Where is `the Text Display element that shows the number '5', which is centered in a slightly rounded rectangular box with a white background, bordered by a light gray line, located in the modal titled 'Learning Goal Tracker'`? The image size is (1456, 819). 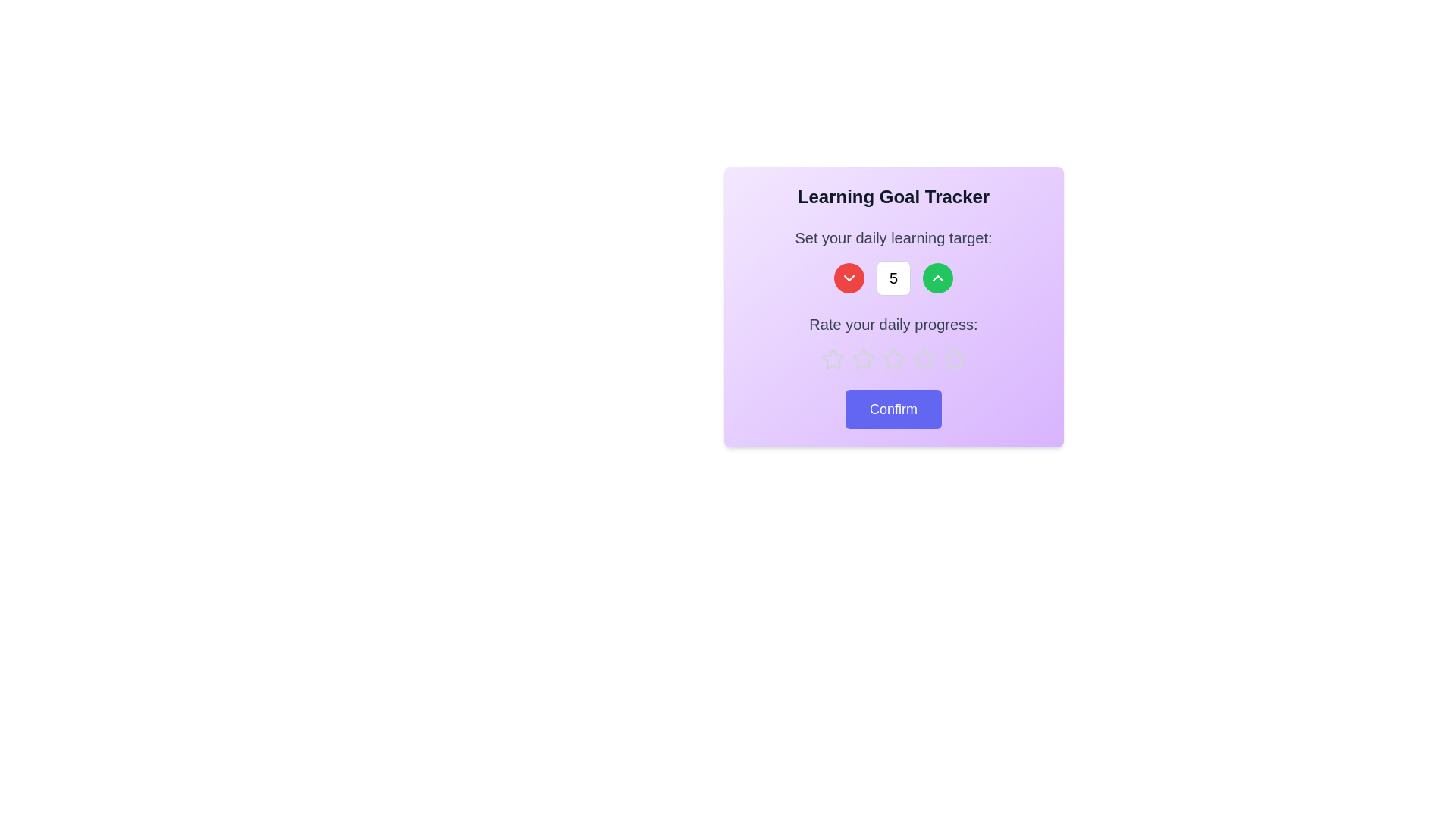 the Text Display element that shows the number '5', which is centered in a slightly rounded rectangular box with a white background, bordered by a light gray line, located in the modal titled 'Learning Goal Tracker' is located at coordinates (893, 278).